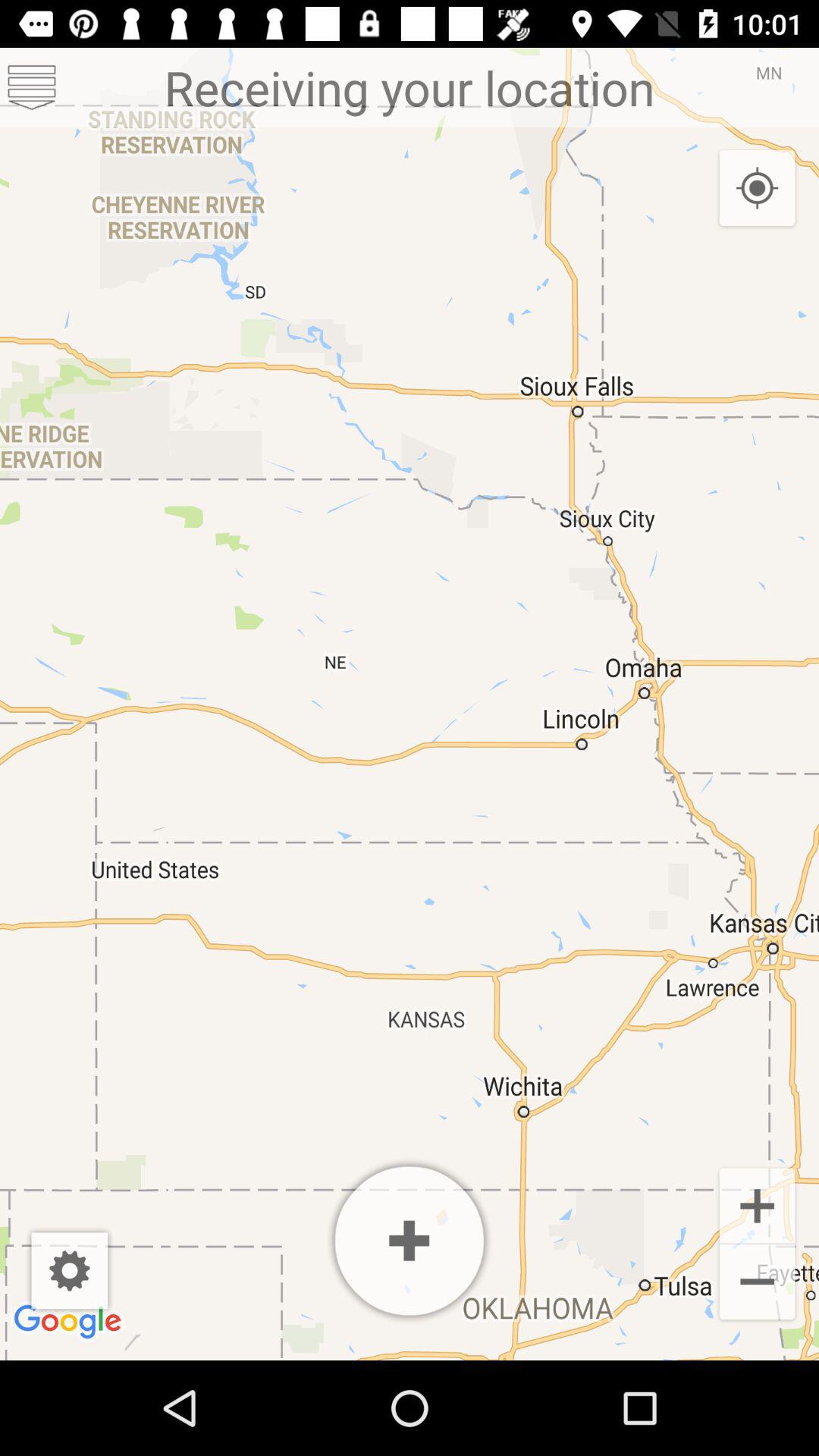 The image size is (819, 1456). What do you see at coordinates (757, 1203) in the screenshot?
I see `the add icon` at bounding box center [757, 1203].